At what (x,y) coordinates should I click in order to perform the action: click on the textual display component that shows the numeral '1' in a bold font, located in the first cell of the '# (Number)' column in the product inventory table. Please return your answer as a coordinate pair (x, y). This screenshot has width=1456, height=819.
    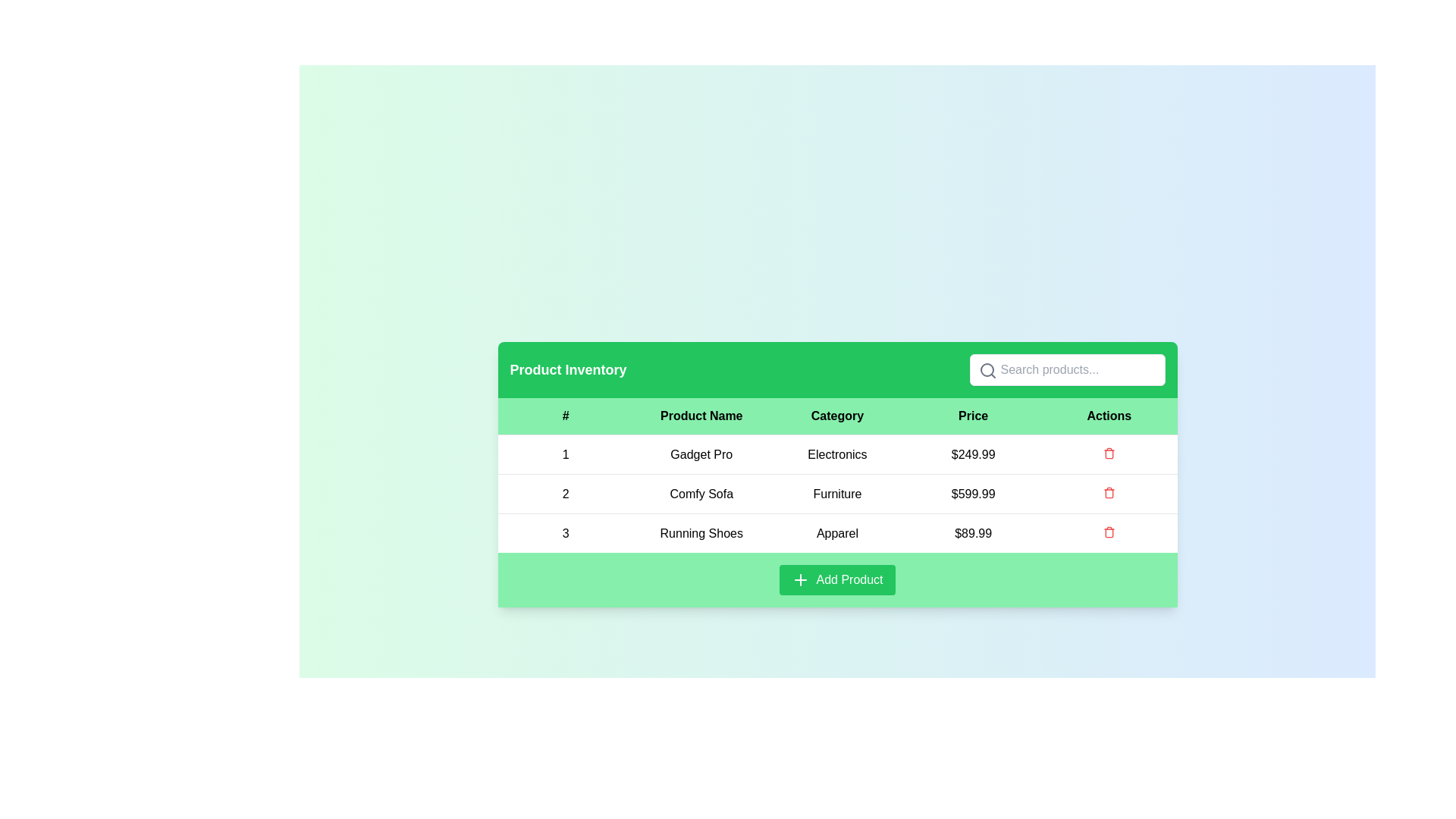
    Looking at the image, I should click on (565, 453).